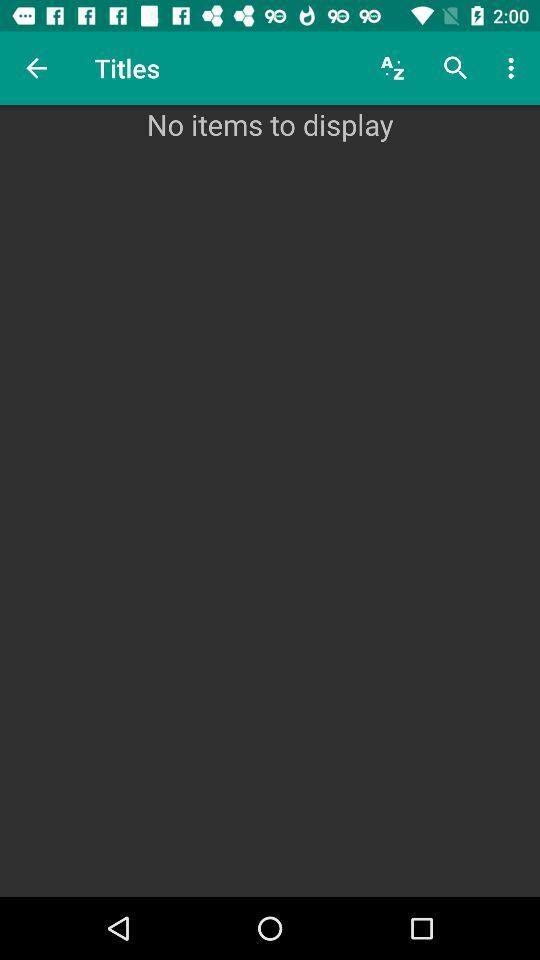 Image resolution: width=540 pixels, height=960 pixels. Describe the element at coordinates (36, 68) in the screenshot. I see `the icon to the left of titles item` at that location.